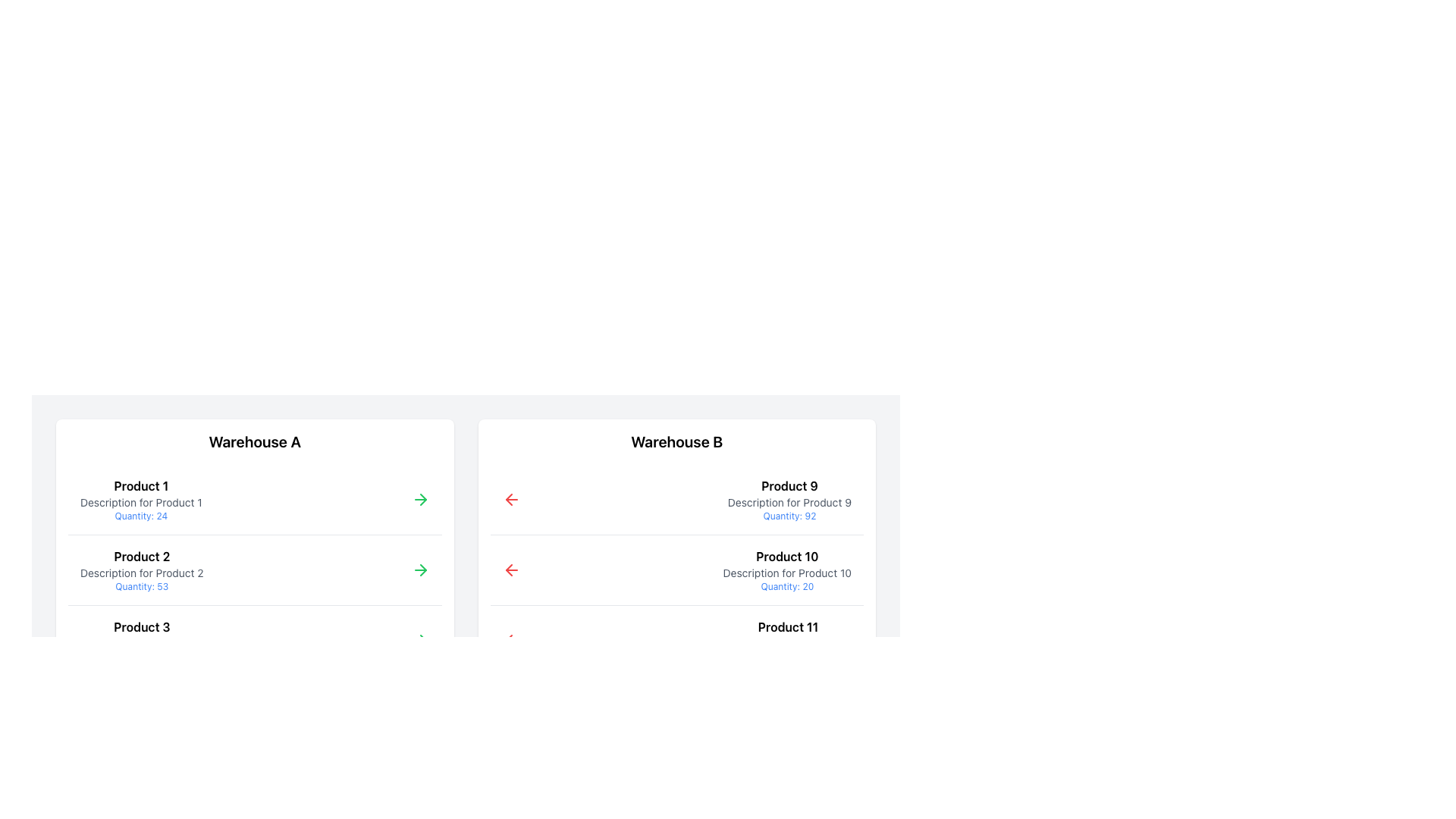 Image resolution: width=1456 pixels, height=819 pixels. What do you see at coordinates (787, 570) in the screenshot?
I see `the interactive Text Display Block located in 'Warehouse B', which includes a bold title, smaller description, and a blue quantity link` at bounding box center [787, 570].